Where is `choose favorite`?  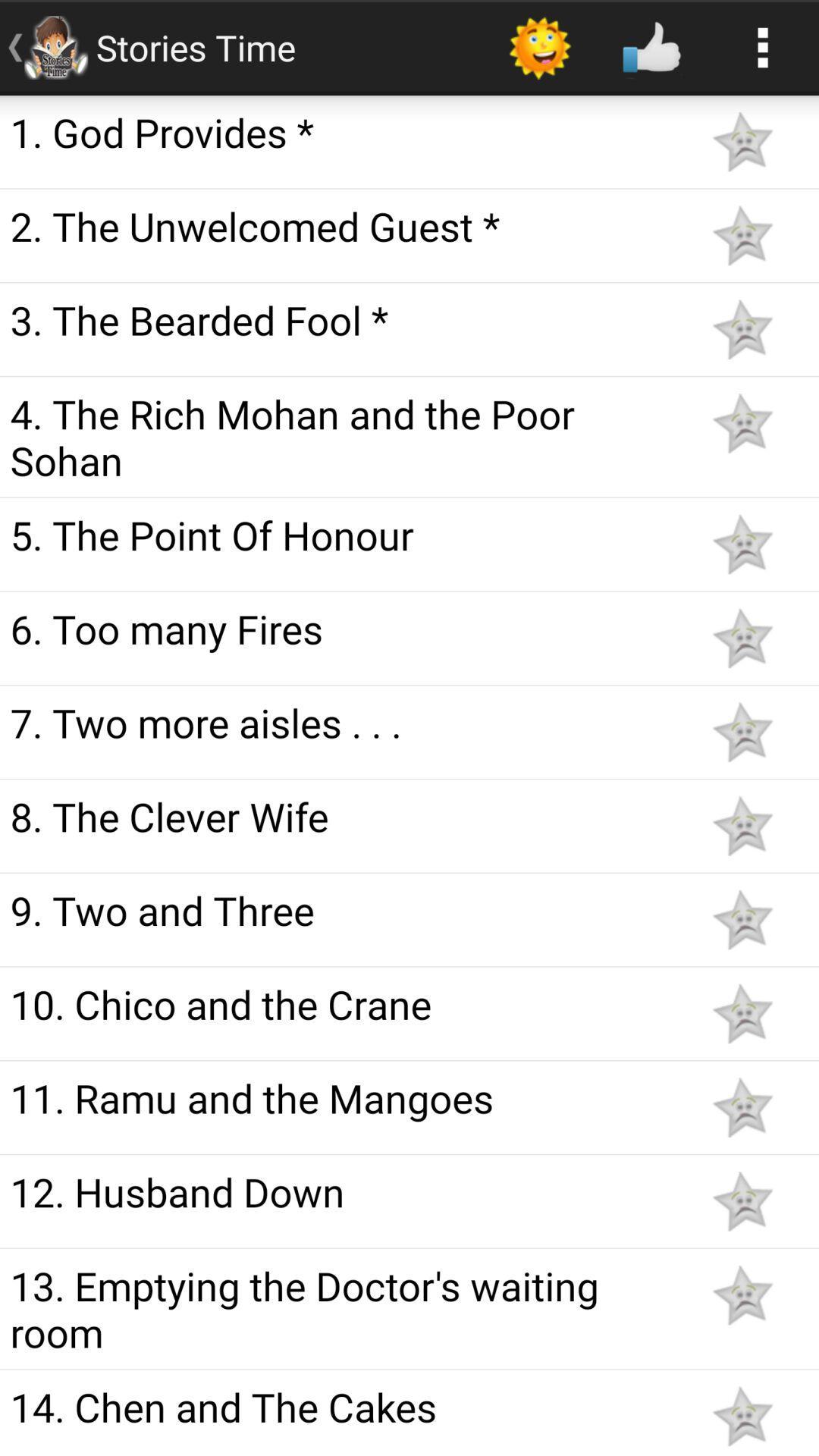 choose favorite is located at coordinates (742, 234).